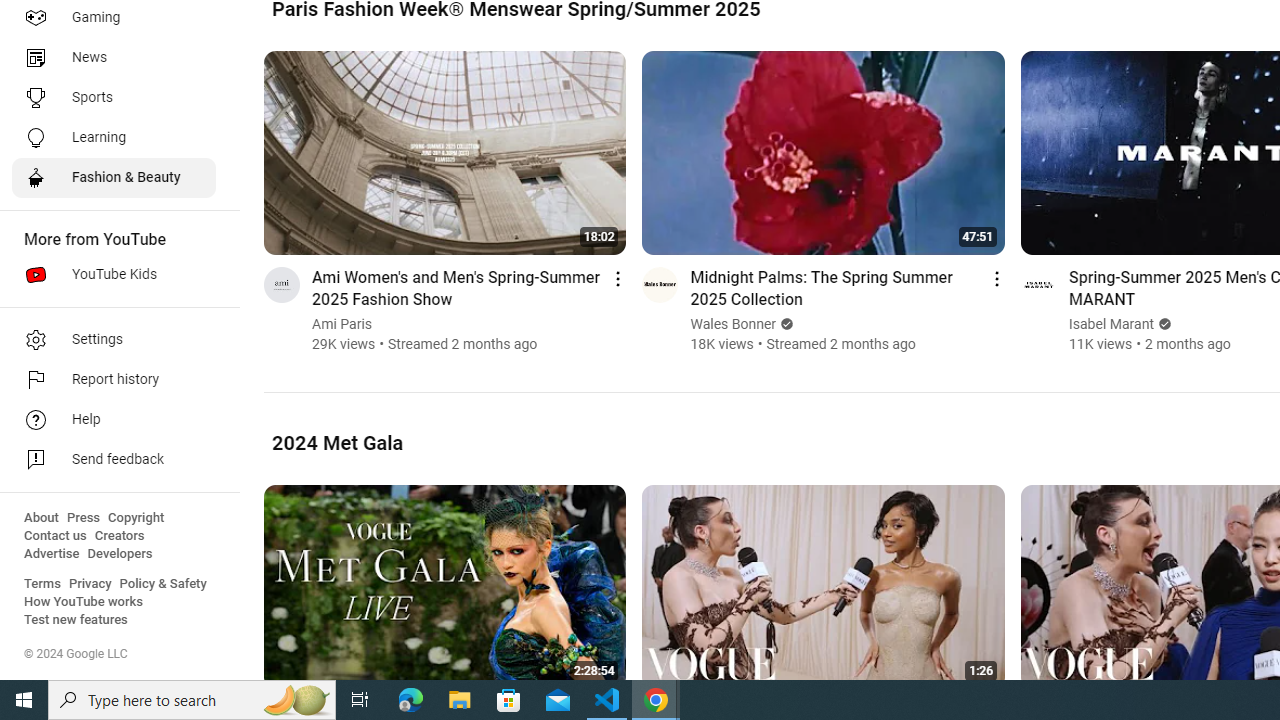  Describe the element at coordinates (112, 56) in the screenshot. I see `'News'` at that location.